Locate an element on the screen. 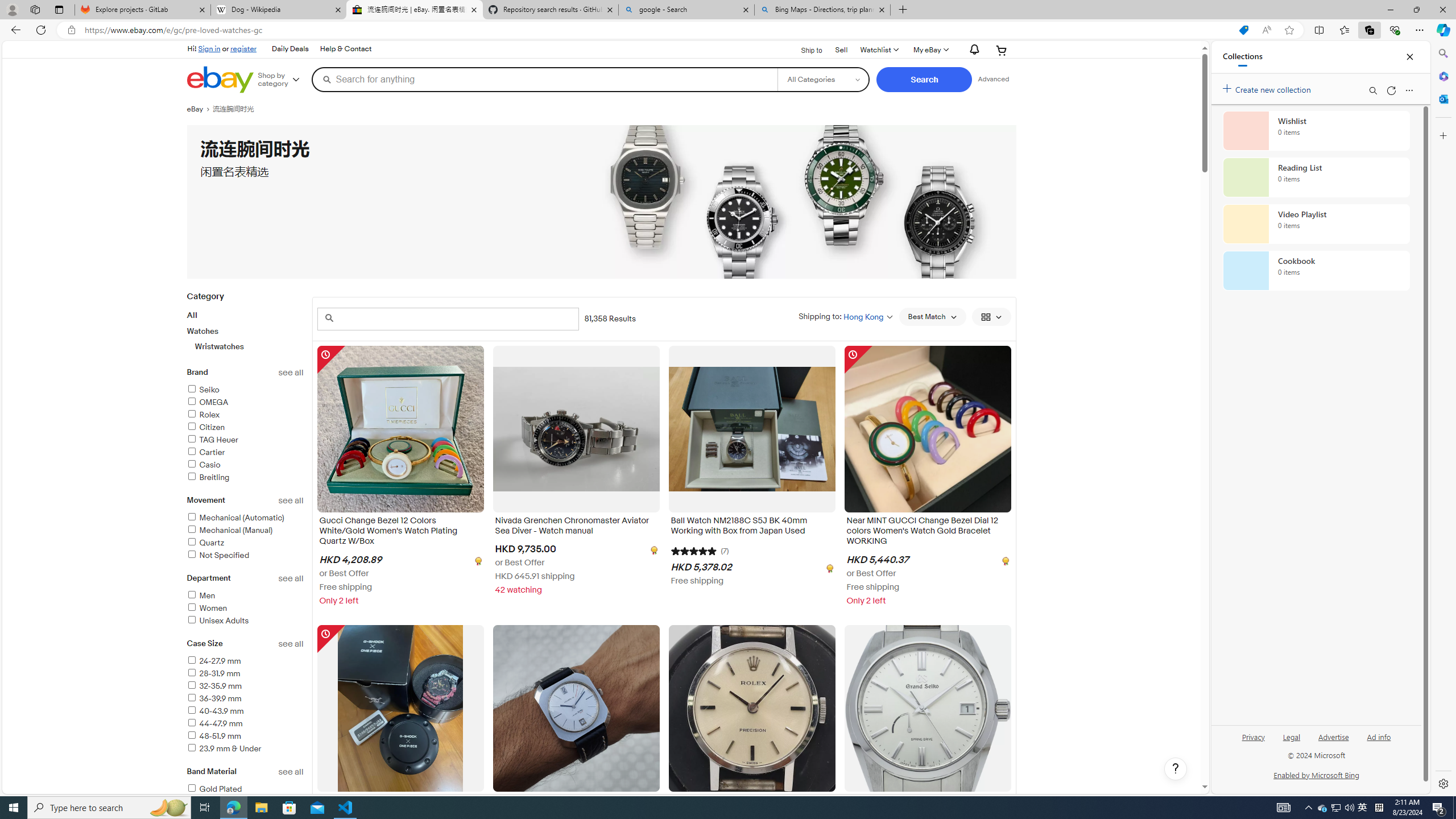 Image resolution: width=1456 pixels, height=819 pixels. 'Shipping to: Hong Kong' is located at coordinates (846, 316).